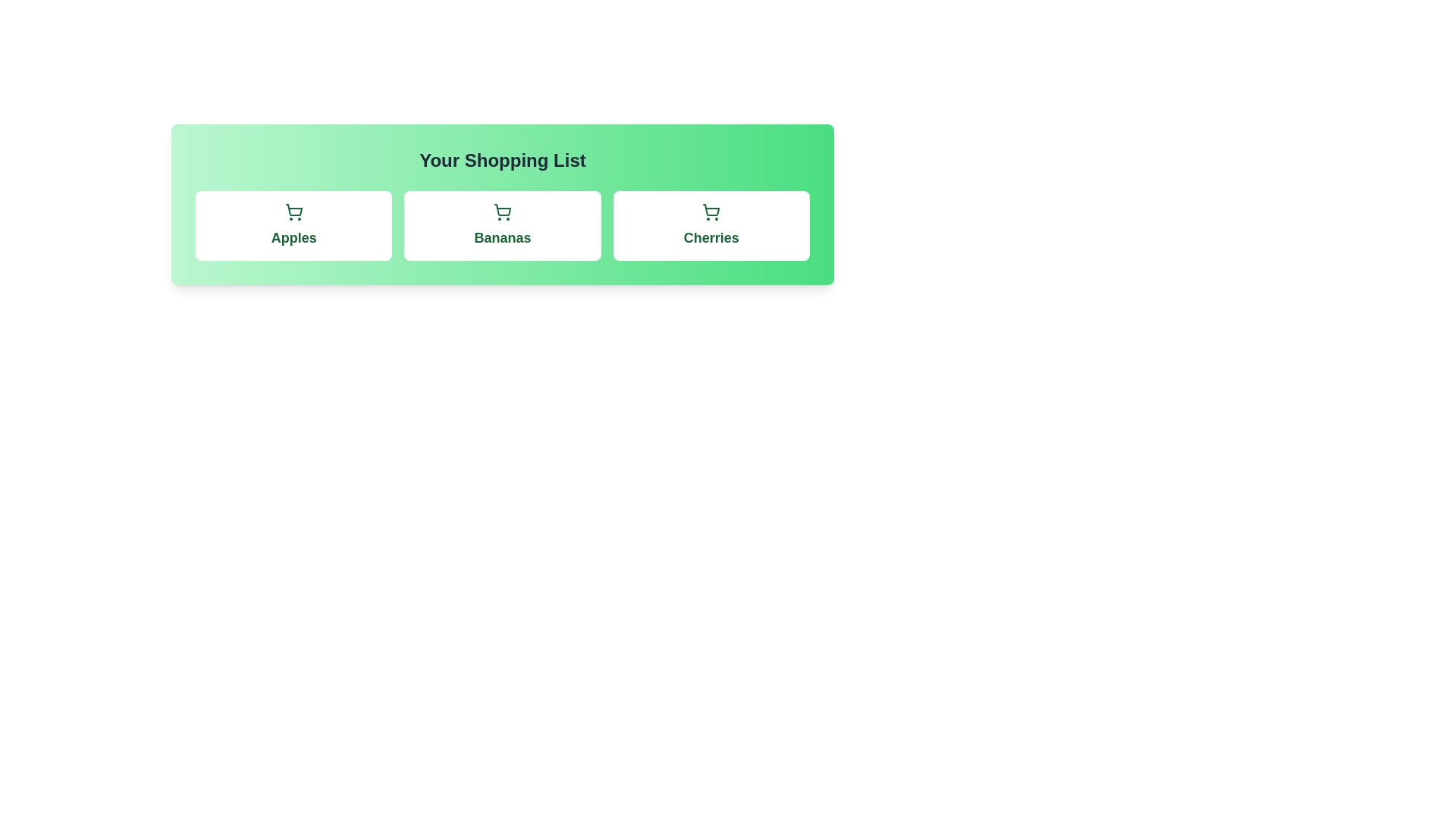 The height and width of the screenshot is (819, 1456). What do you see at coordinates (293, 225) in the screenshot?
I see `the item Apples to observe the hover effect` at bounding box center [293, 225].